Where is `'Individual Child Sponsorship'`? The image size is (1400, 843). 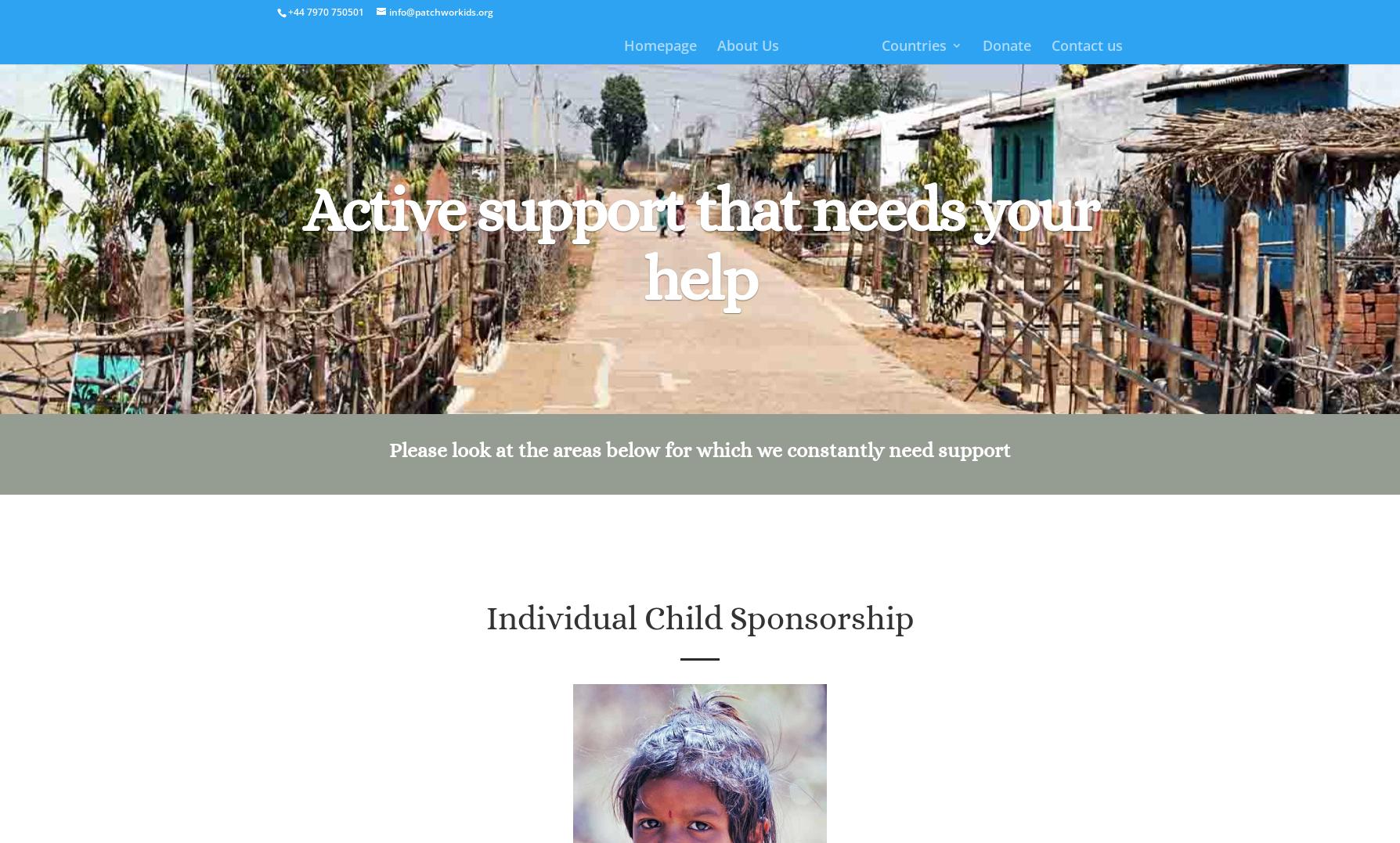
'Individual Child Sponsorship' is located at coordinates (698, 618).